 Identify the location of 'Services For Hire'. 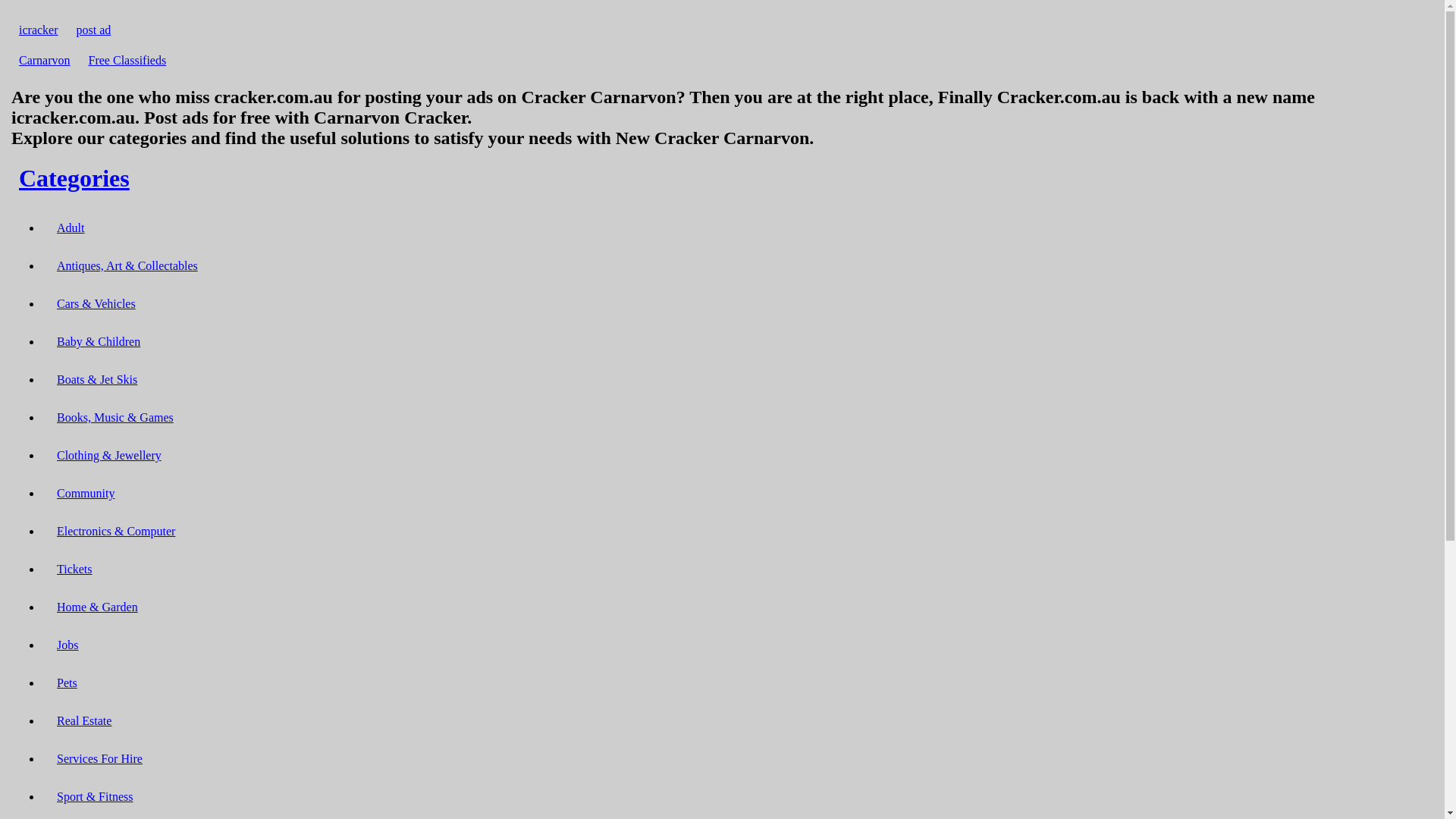
(99, 758).